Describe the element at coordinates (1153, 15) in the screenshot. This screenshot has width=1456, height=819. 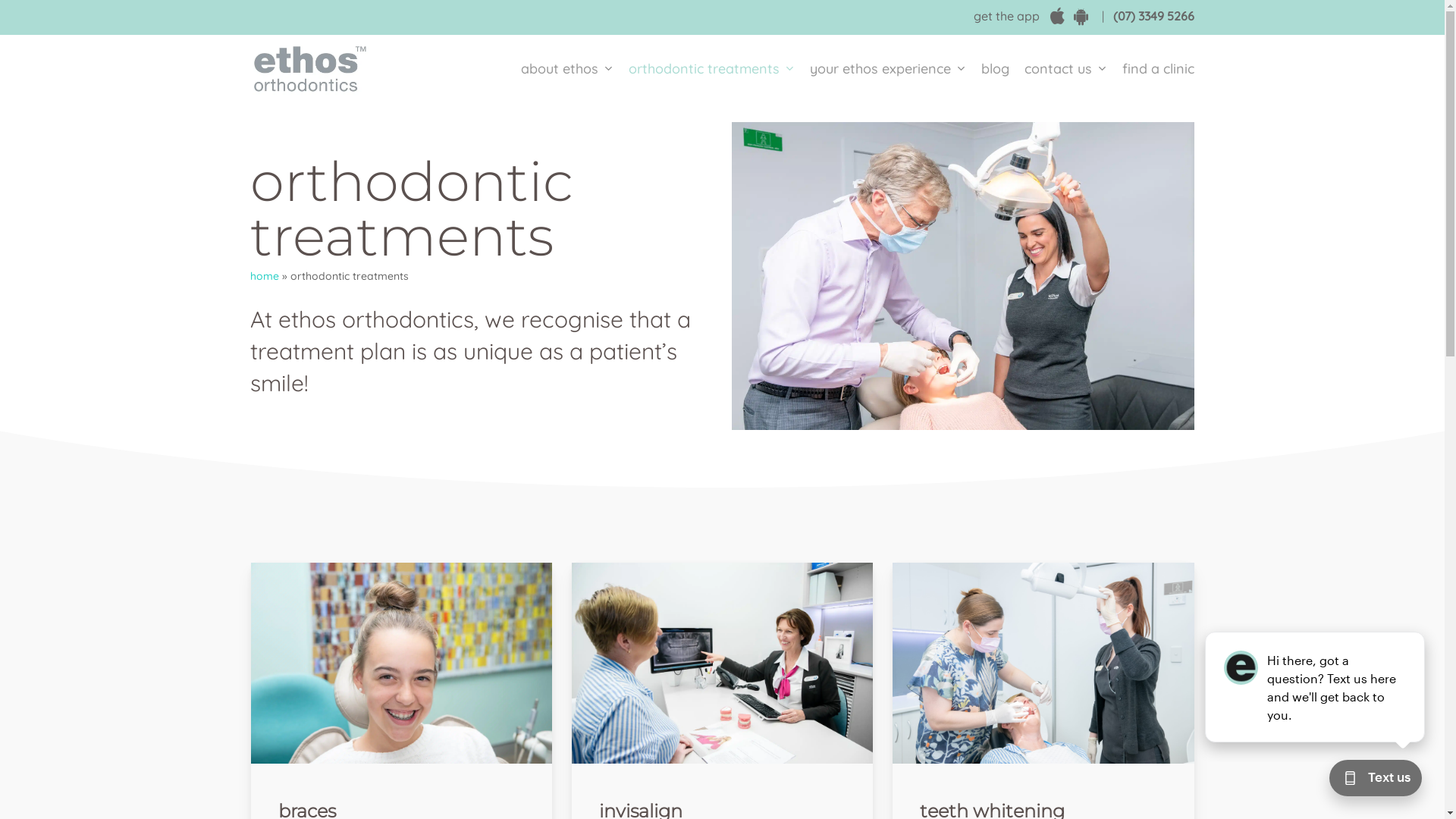
I see `'(07) 3349 5266'` at that location.